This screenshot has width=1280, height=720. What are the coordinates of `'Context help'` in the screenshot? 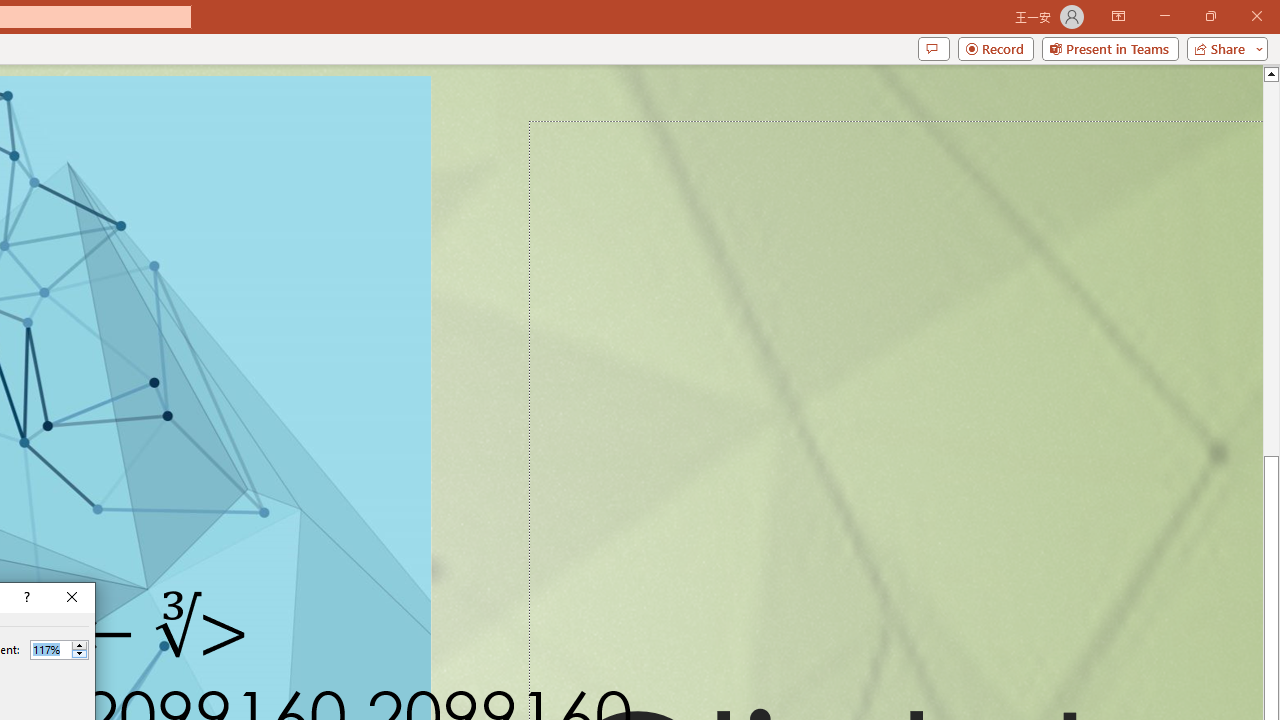 It's located at (25, 596).